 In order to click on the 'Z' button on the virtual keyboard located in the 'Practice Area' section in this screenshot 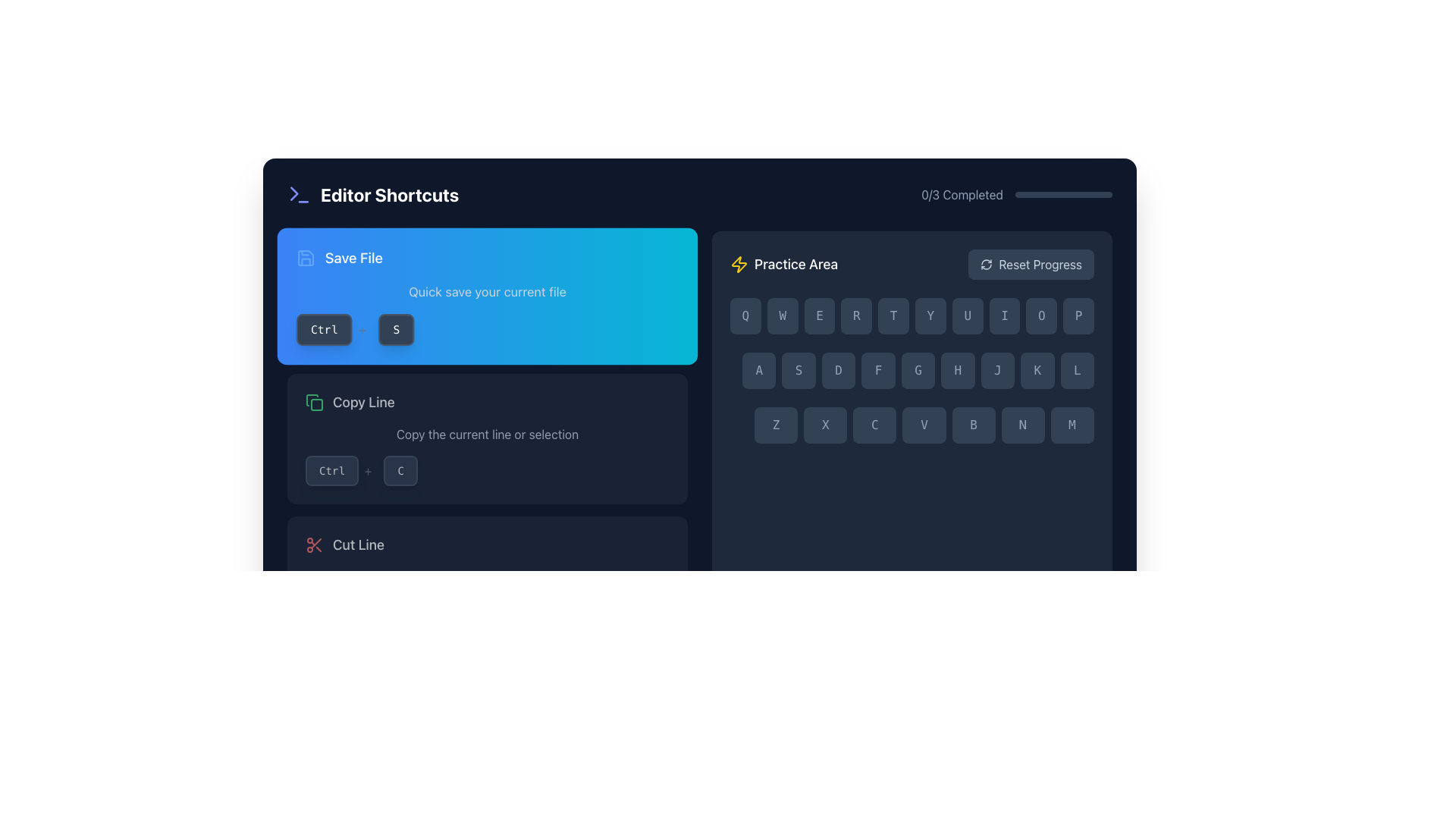, I will do `click(776, 425)`.